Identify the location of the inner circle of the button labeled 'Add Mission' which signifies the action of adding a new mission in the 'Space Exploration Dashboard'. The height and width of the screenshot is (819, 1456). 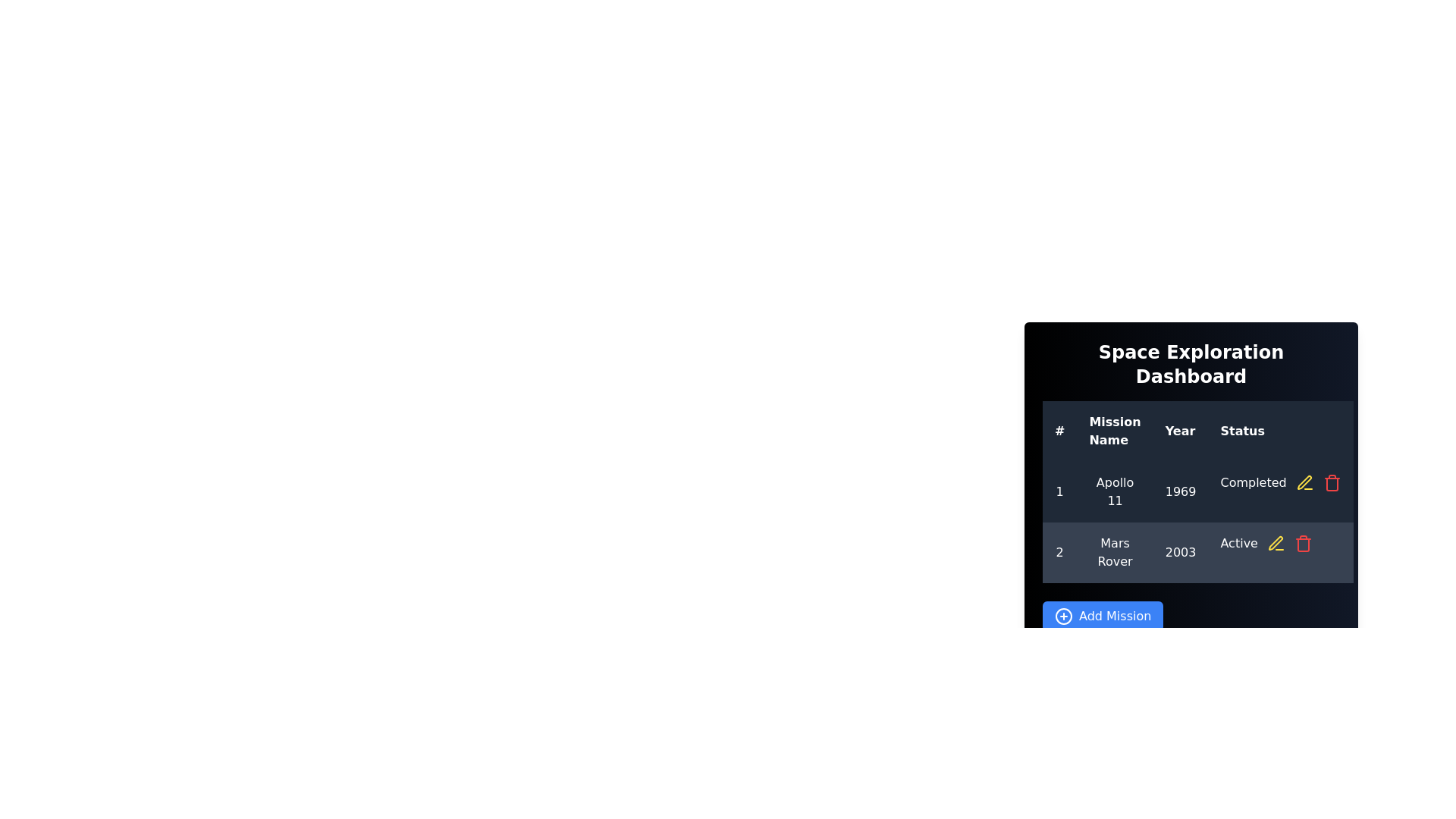
(1062, 617).